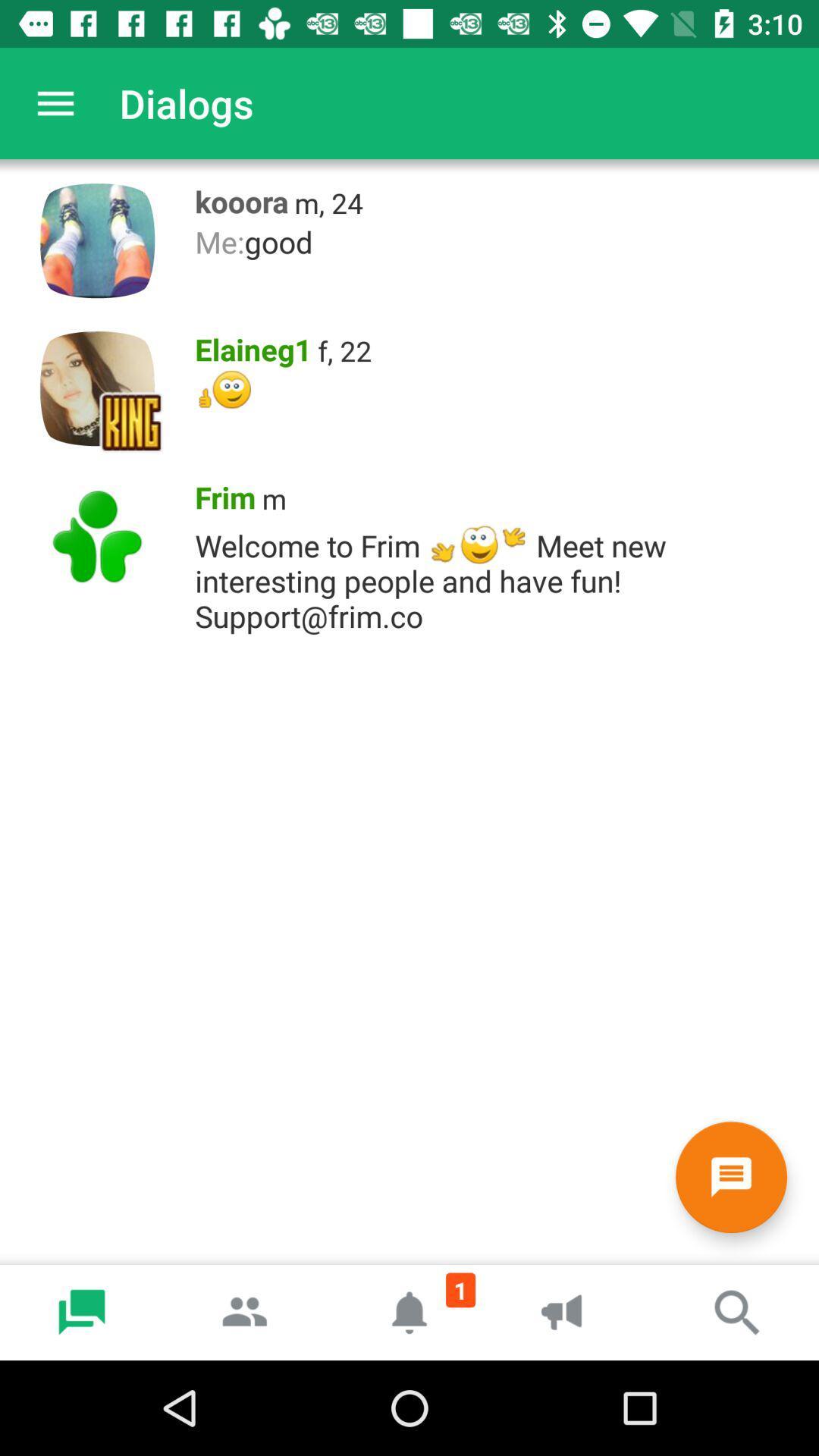 This screenshot has width=819, height=1456. I want to click on the item above *t* item, so click(344, 350).